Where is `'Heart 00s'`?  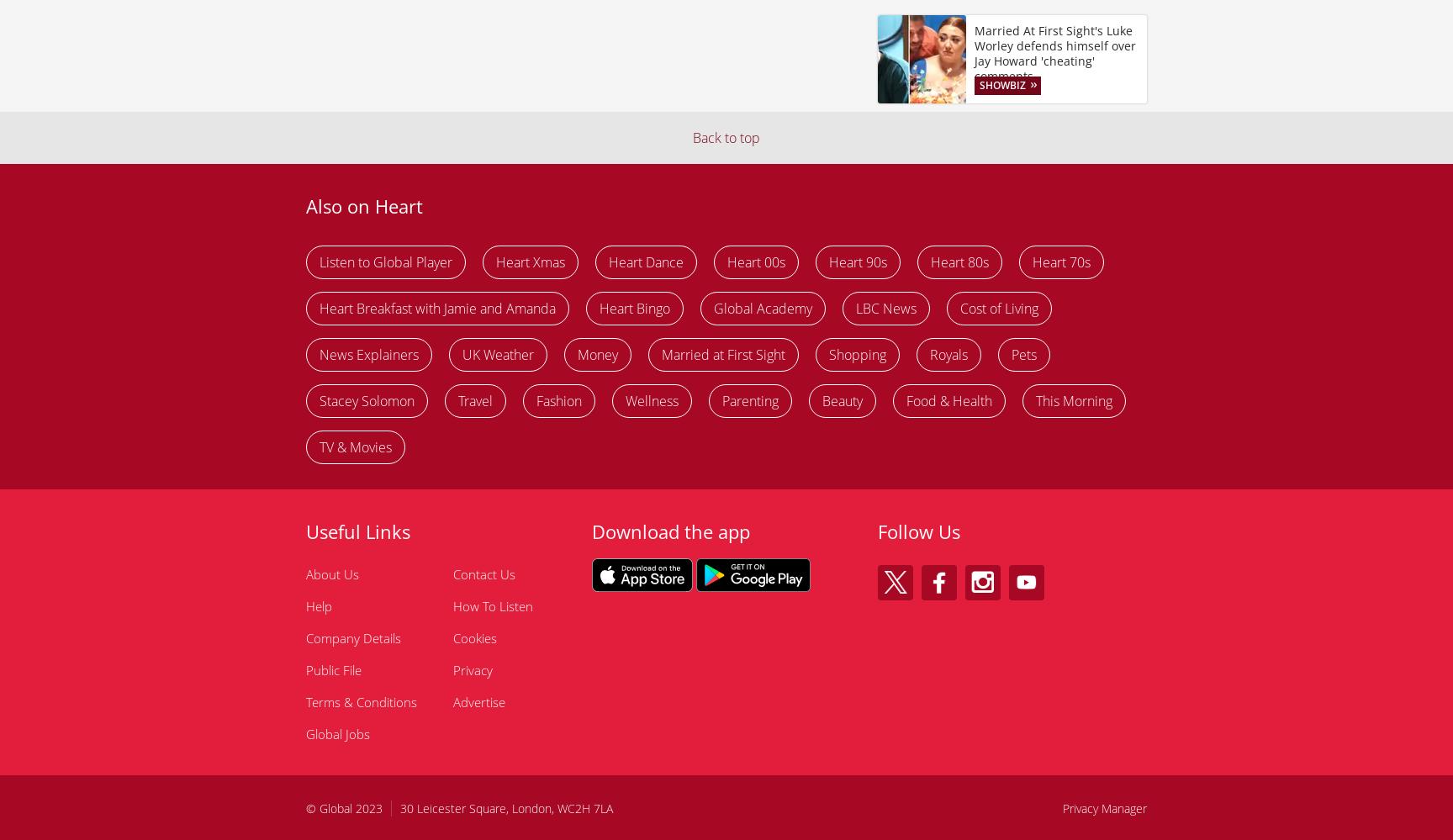 'Heart 00s' is located at coordinates (756, 260).